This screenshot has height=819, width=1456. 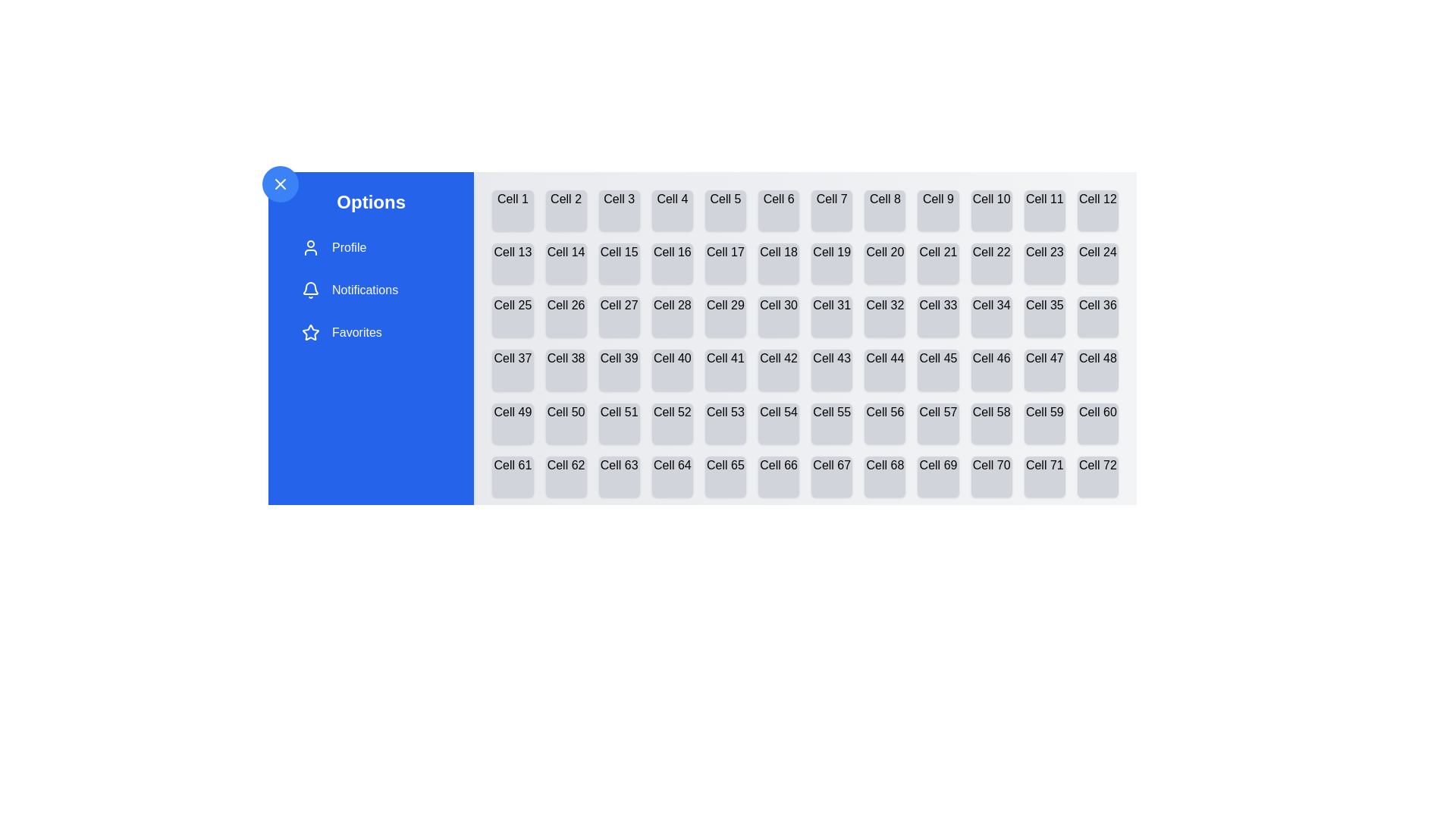 I want to click on the drawer item labeled Favorites to observe the visual change, so click(x=371, y=332).